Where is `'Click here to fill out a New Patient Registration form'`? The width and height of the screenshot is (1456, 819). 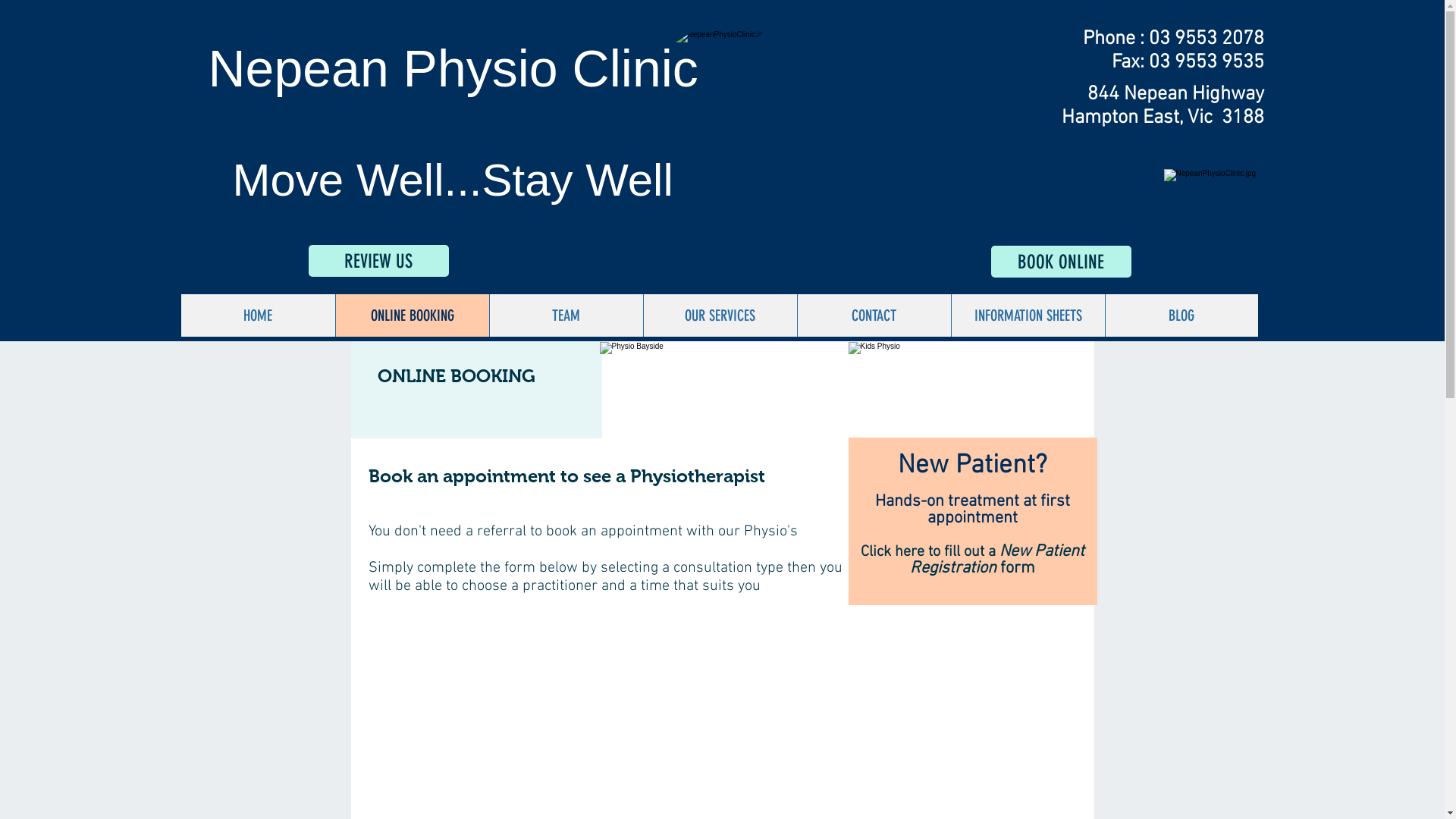
'Click here to fill out a New Patient Registration form' is located at coordinates (972, 560).